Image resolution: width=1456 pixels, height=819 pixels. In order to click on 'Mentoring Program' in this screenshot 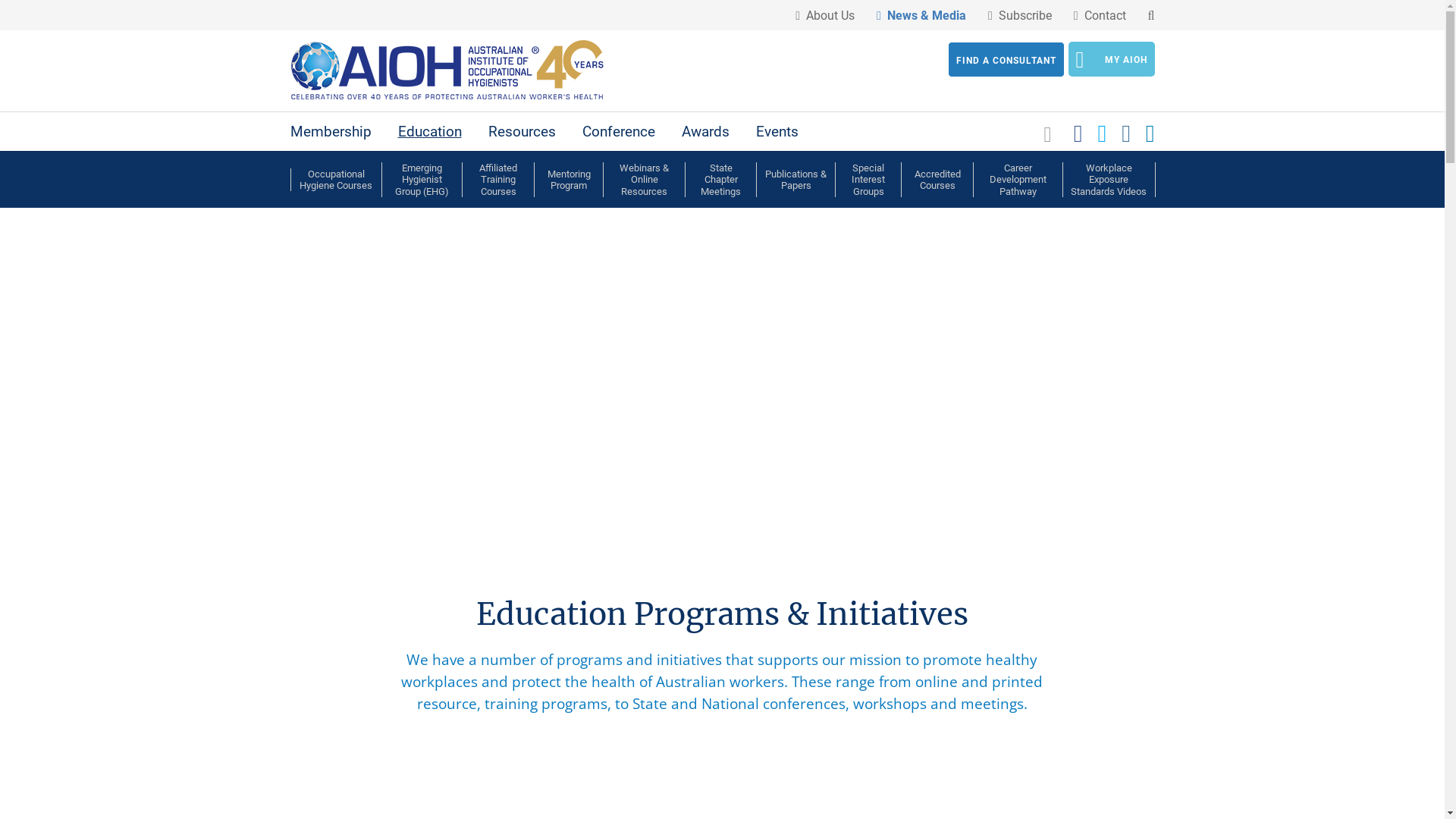, I will do `click(568, 178)`.